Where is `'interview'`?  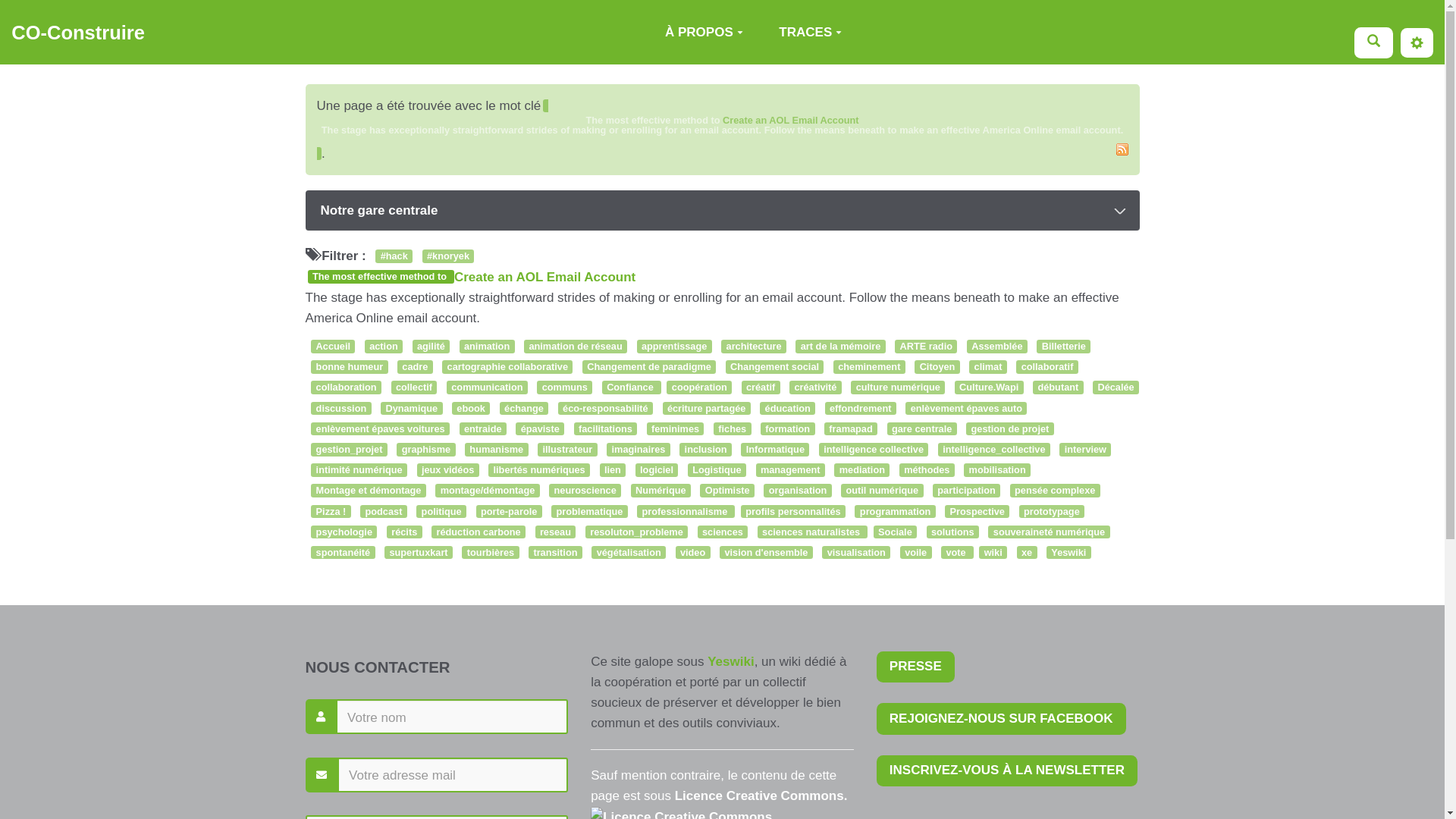 'interview' is located at coordinates (1058, 449).